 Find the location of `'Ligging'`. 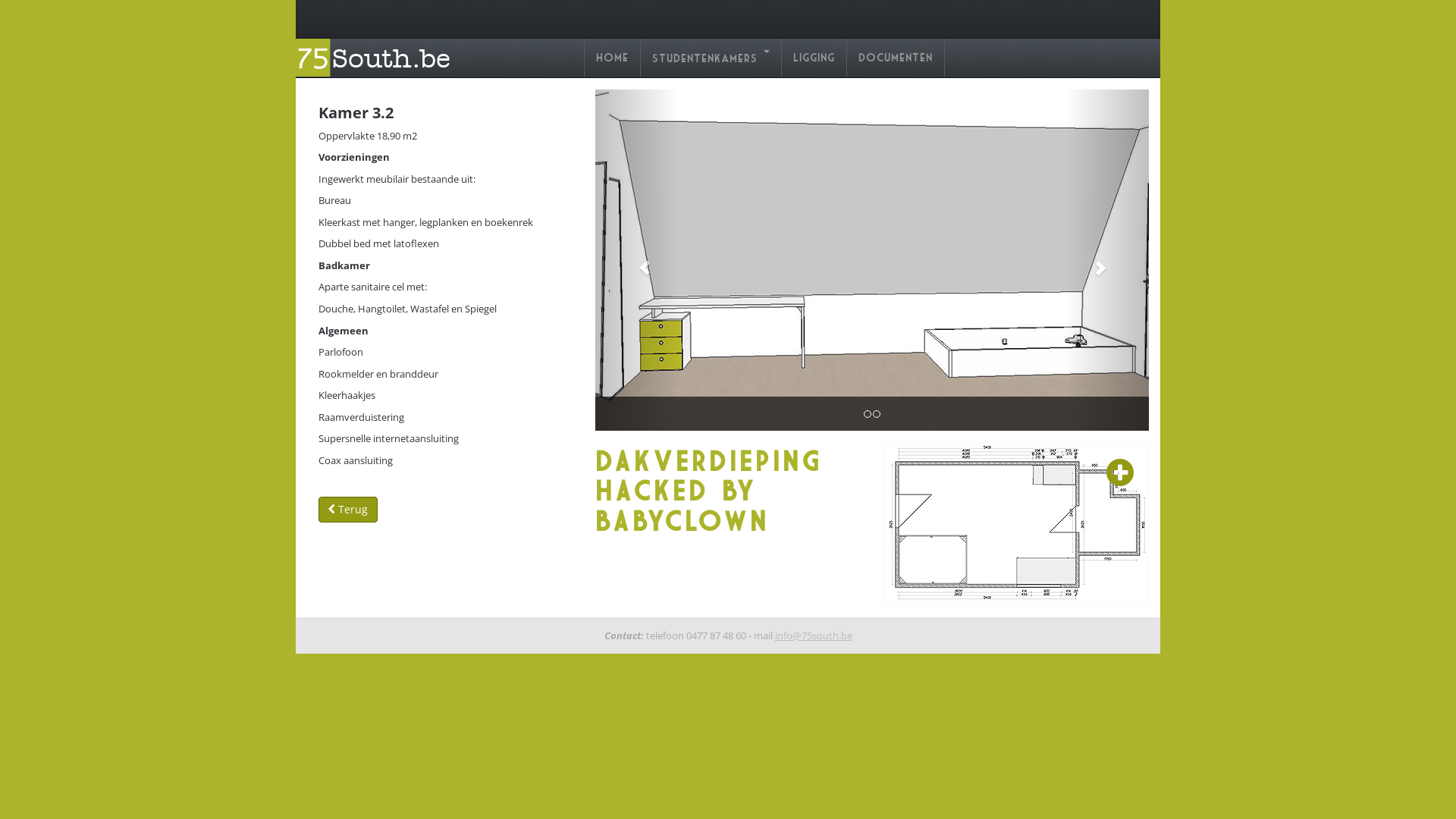

'Ligging' is located at coordinates (782, 57).